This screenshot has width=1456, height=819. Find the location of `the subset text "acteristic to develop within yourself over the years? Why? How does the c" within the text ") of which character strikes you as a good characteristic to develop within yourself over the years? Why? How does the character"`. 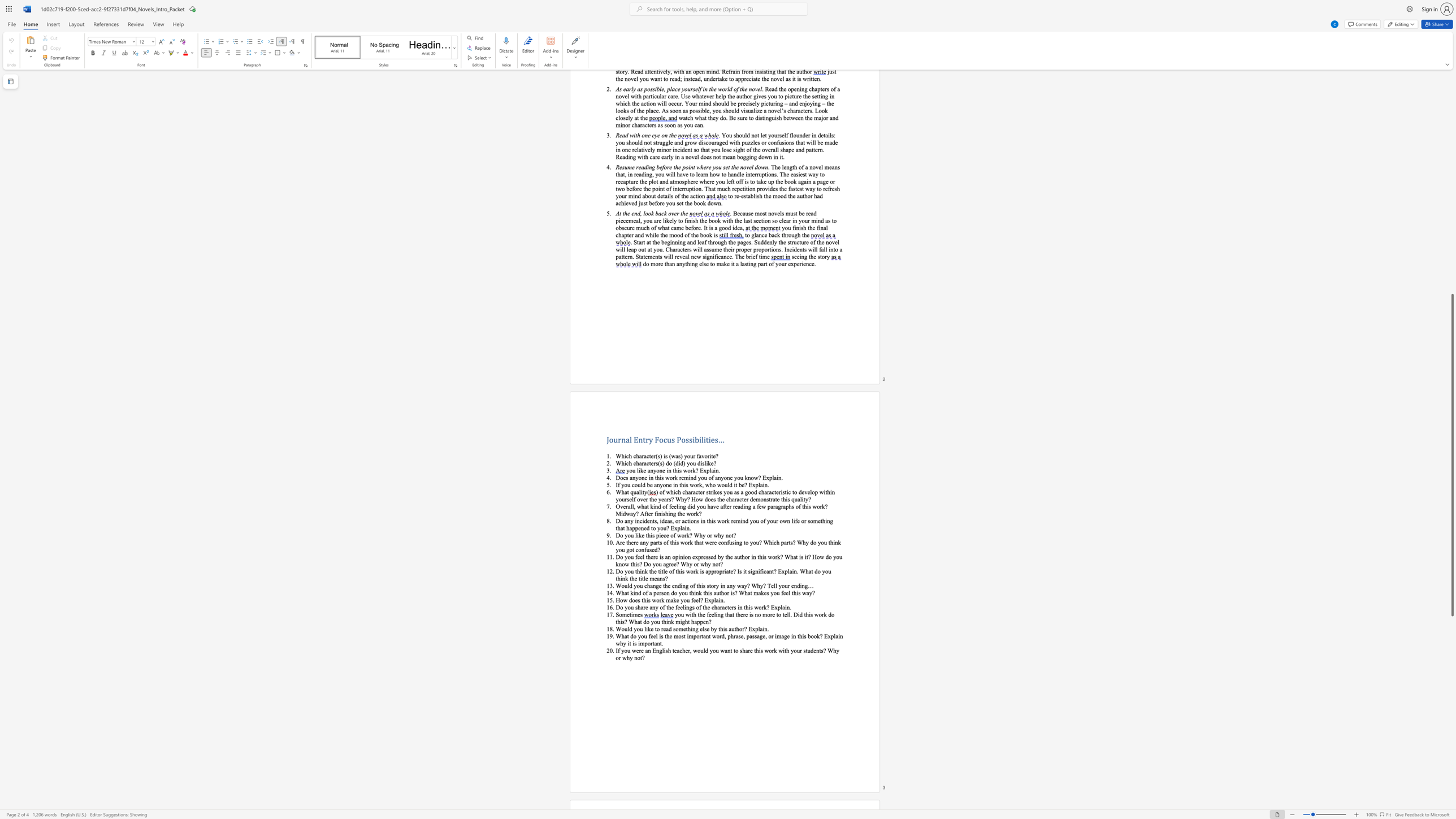

the subset text "acteristic to develop within yourself over the years? Why? How does the c" within the text ") of which character strikes you as a good characteristic to develop within yourself over the years? Why? How does the character" is located at coordinates (769, 491).